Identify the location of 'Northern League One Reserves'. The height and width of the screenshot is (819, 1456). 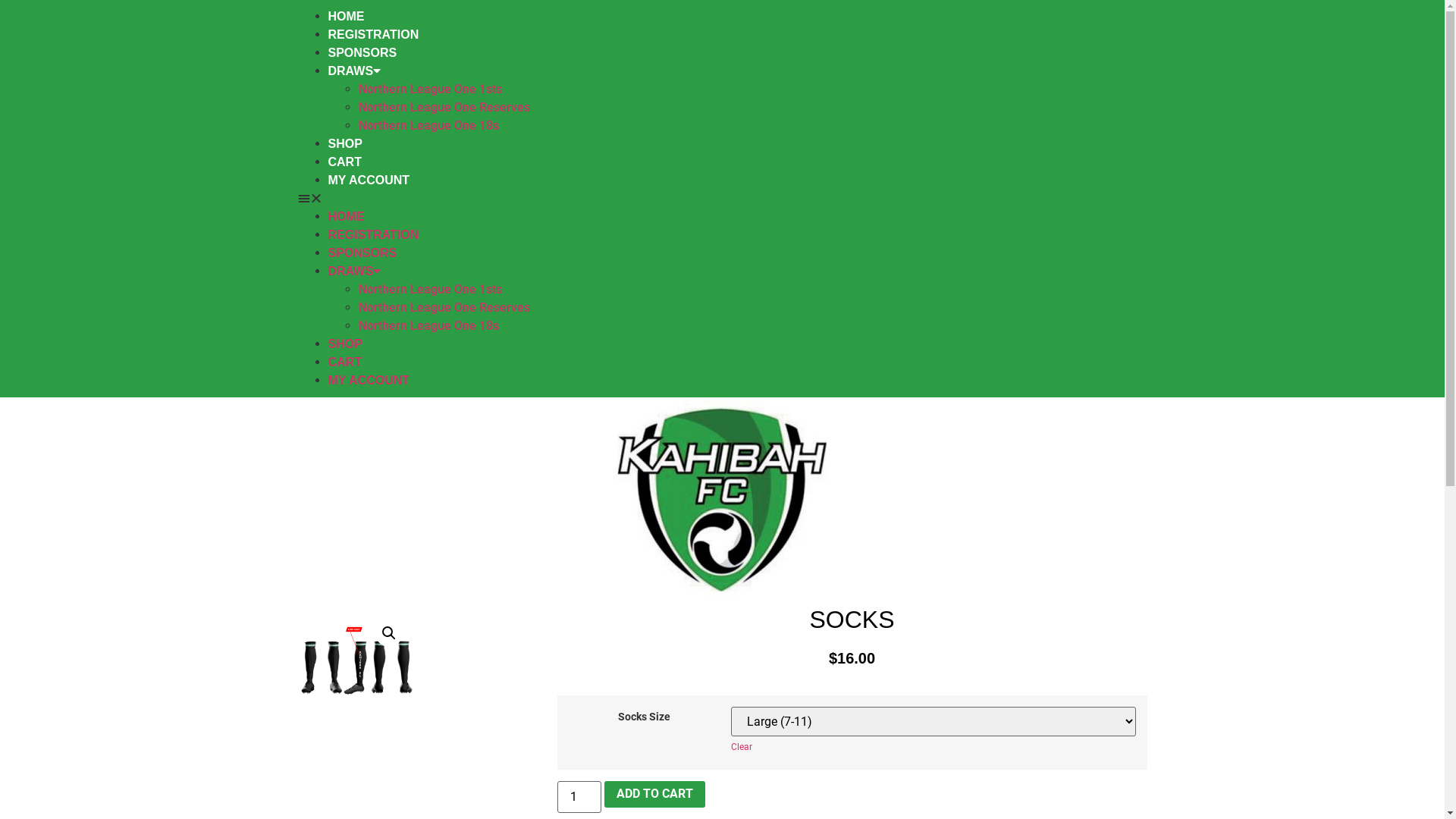
(356, 307).